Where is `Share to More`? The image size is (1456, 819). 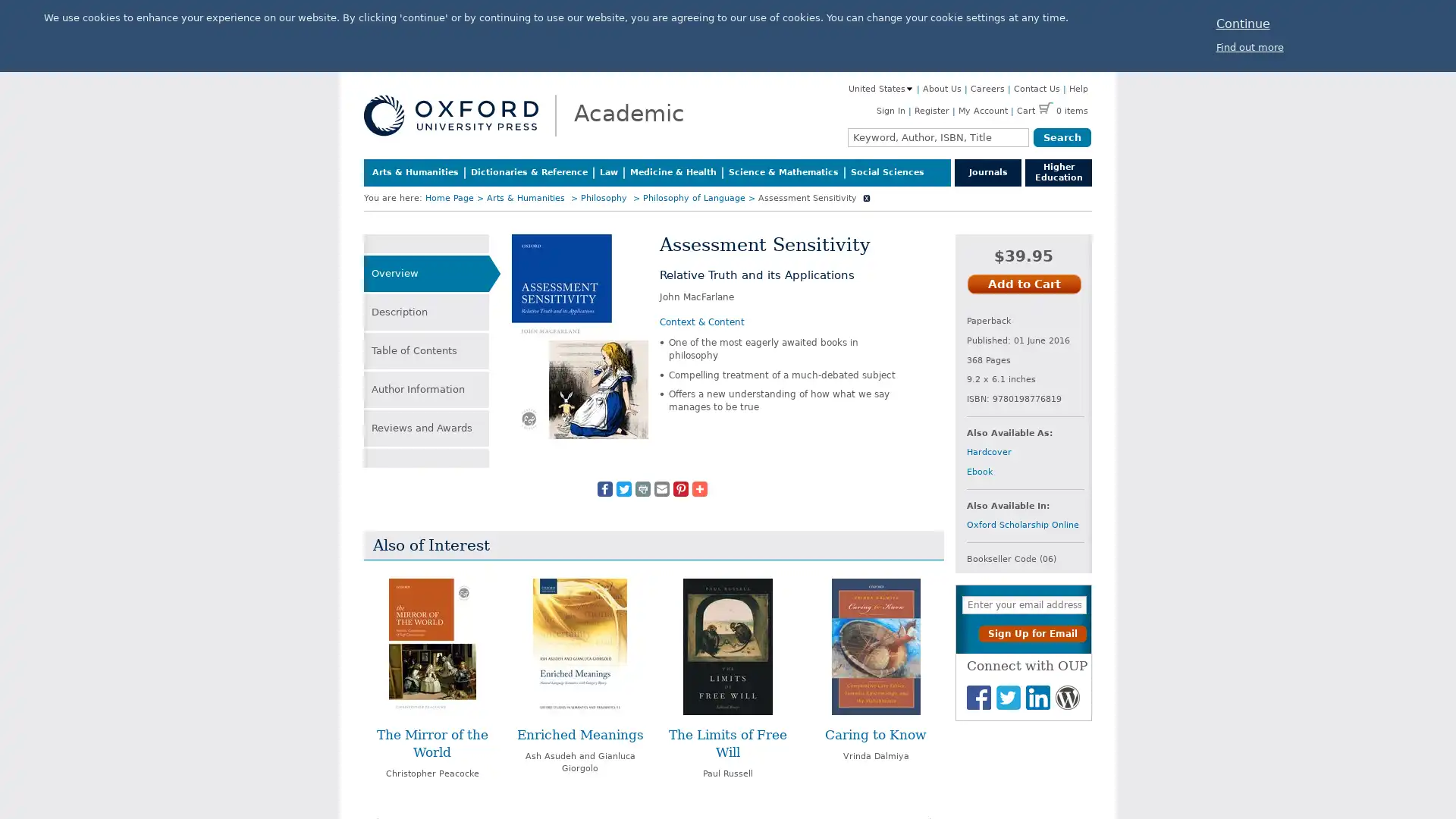
Share to More is located at coordinates (698, 488).